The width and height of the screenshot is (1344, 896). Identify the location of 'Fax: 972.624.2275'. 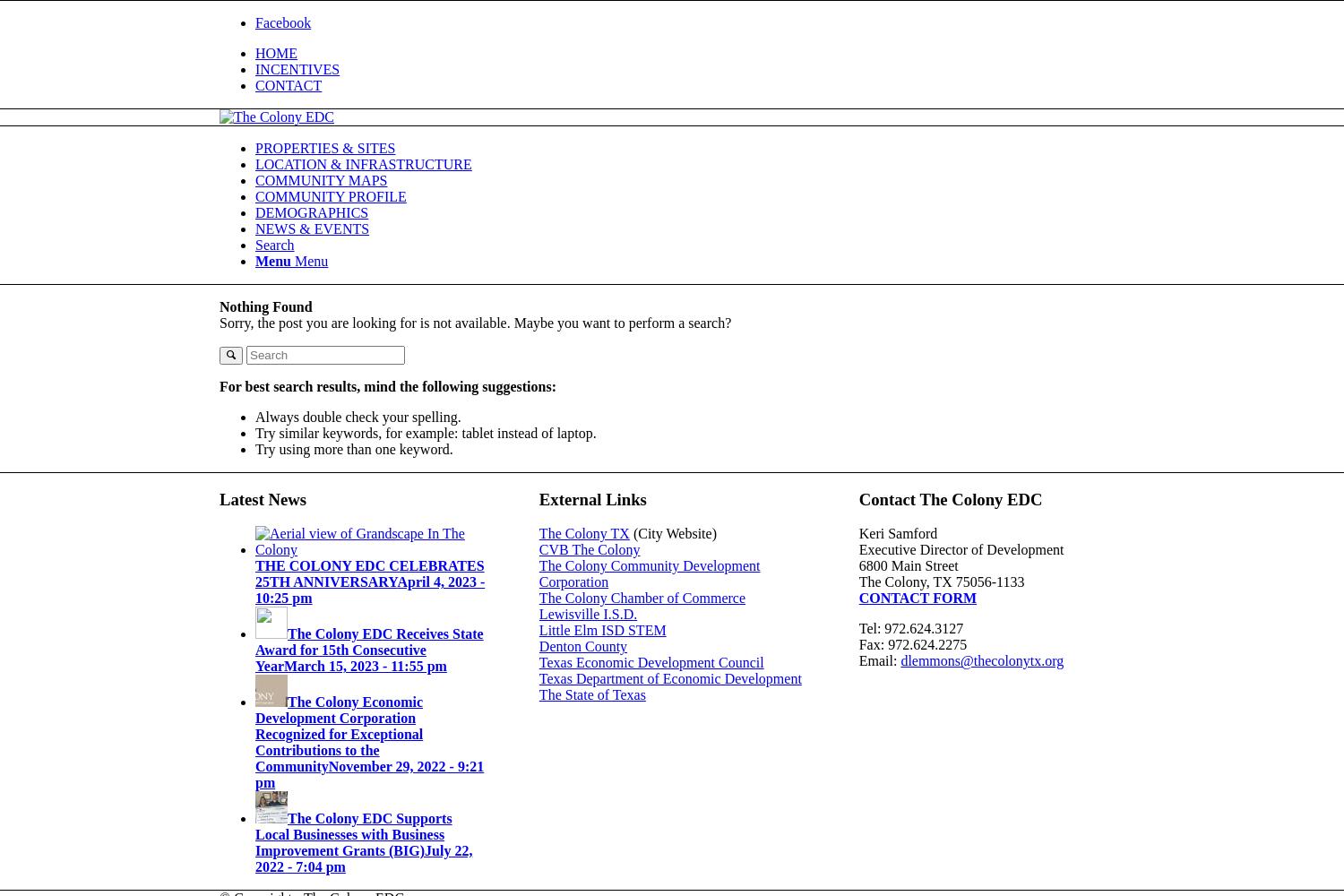
(912, 643).